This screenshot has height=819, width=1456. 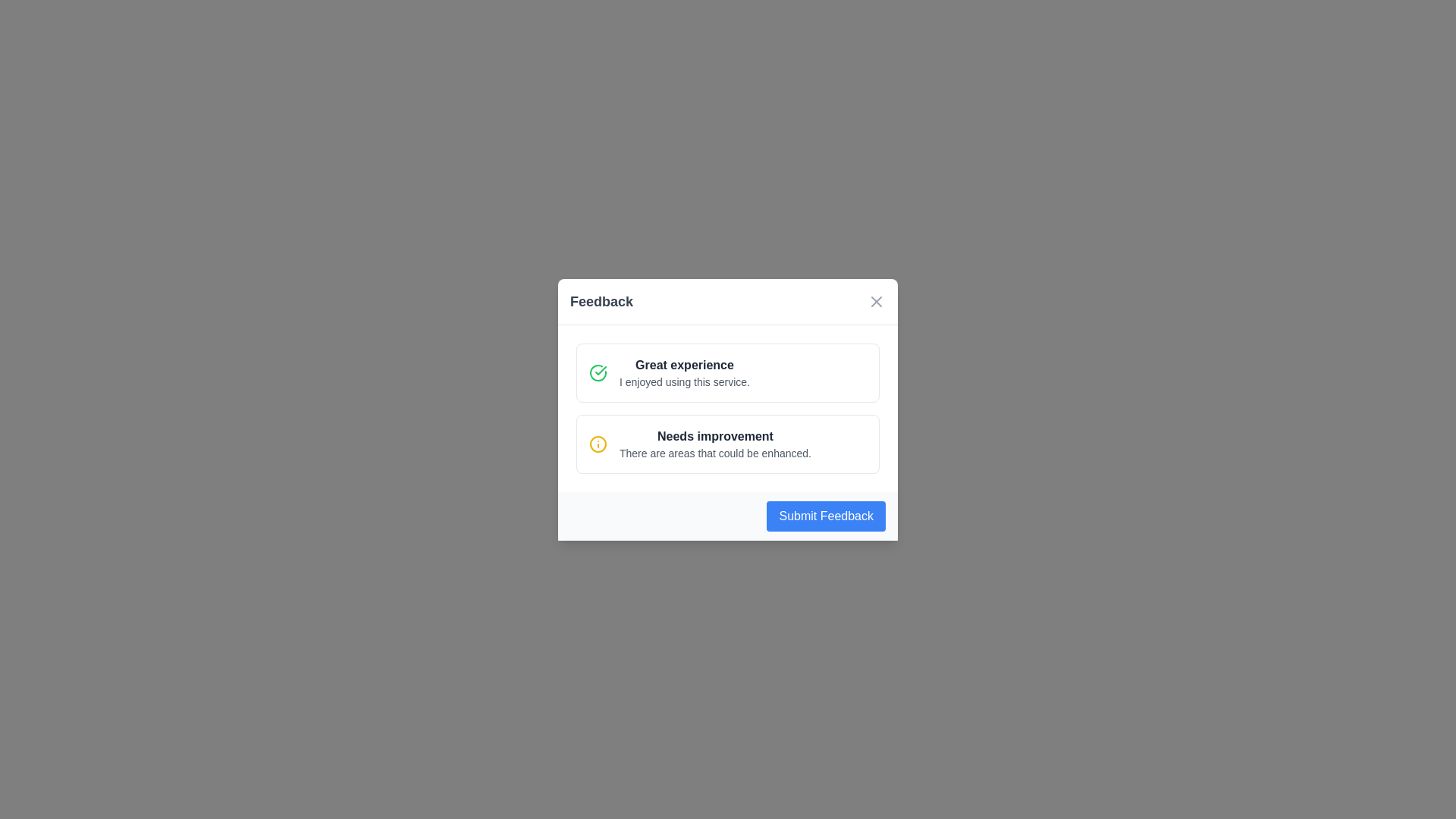 I want to click on the feedback option labeled 'Great experience', so click(x=728, y=372).